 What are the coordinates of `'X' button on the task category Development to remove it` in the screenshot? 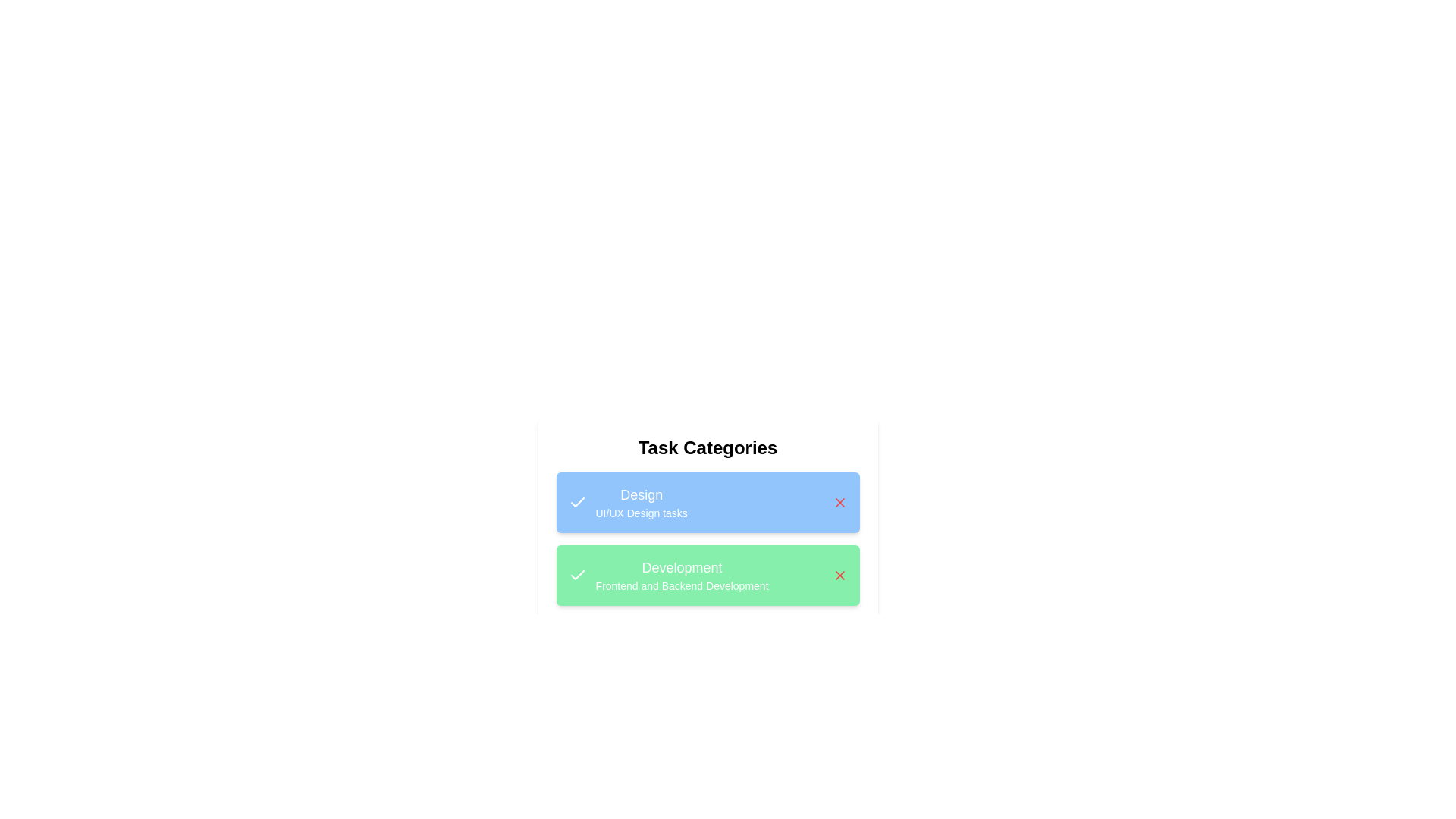 It's located at (839, 576).